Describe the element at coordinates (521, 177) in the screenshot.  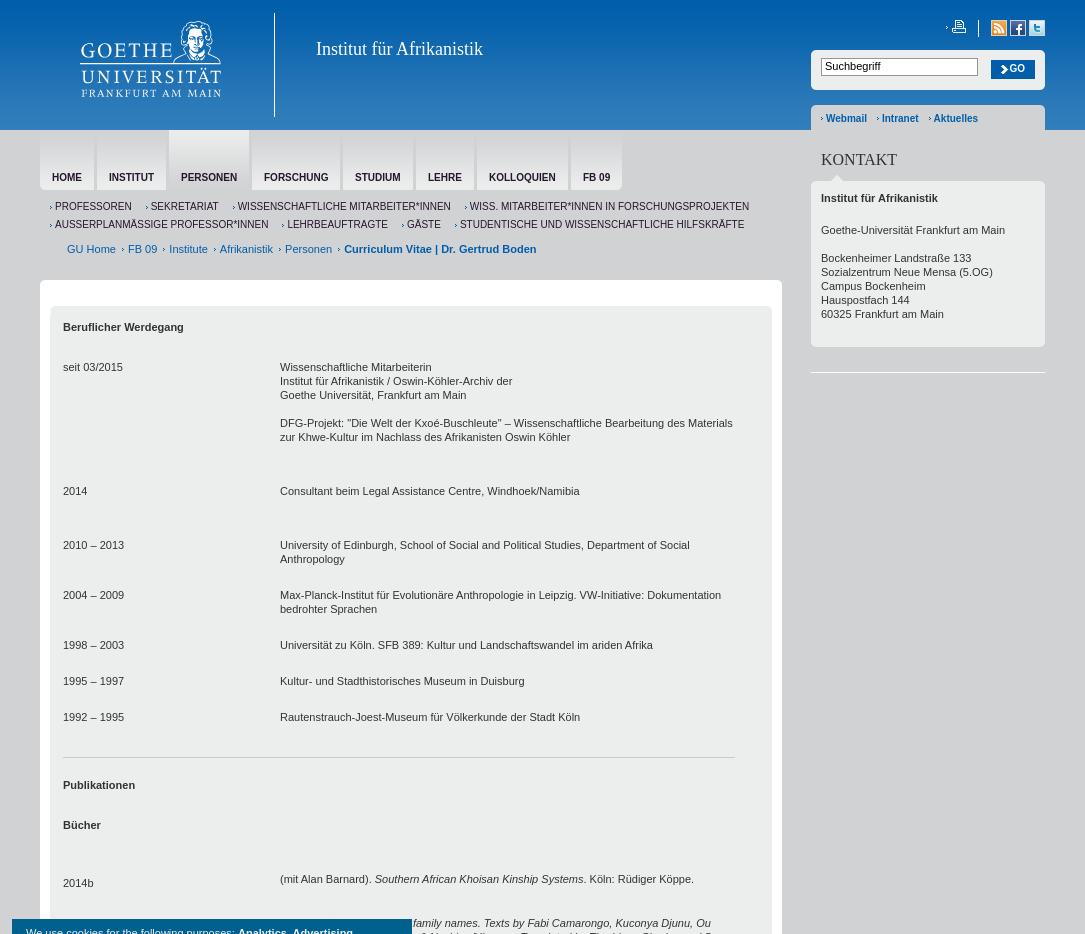
I see `'Kolloquien'` at that location.